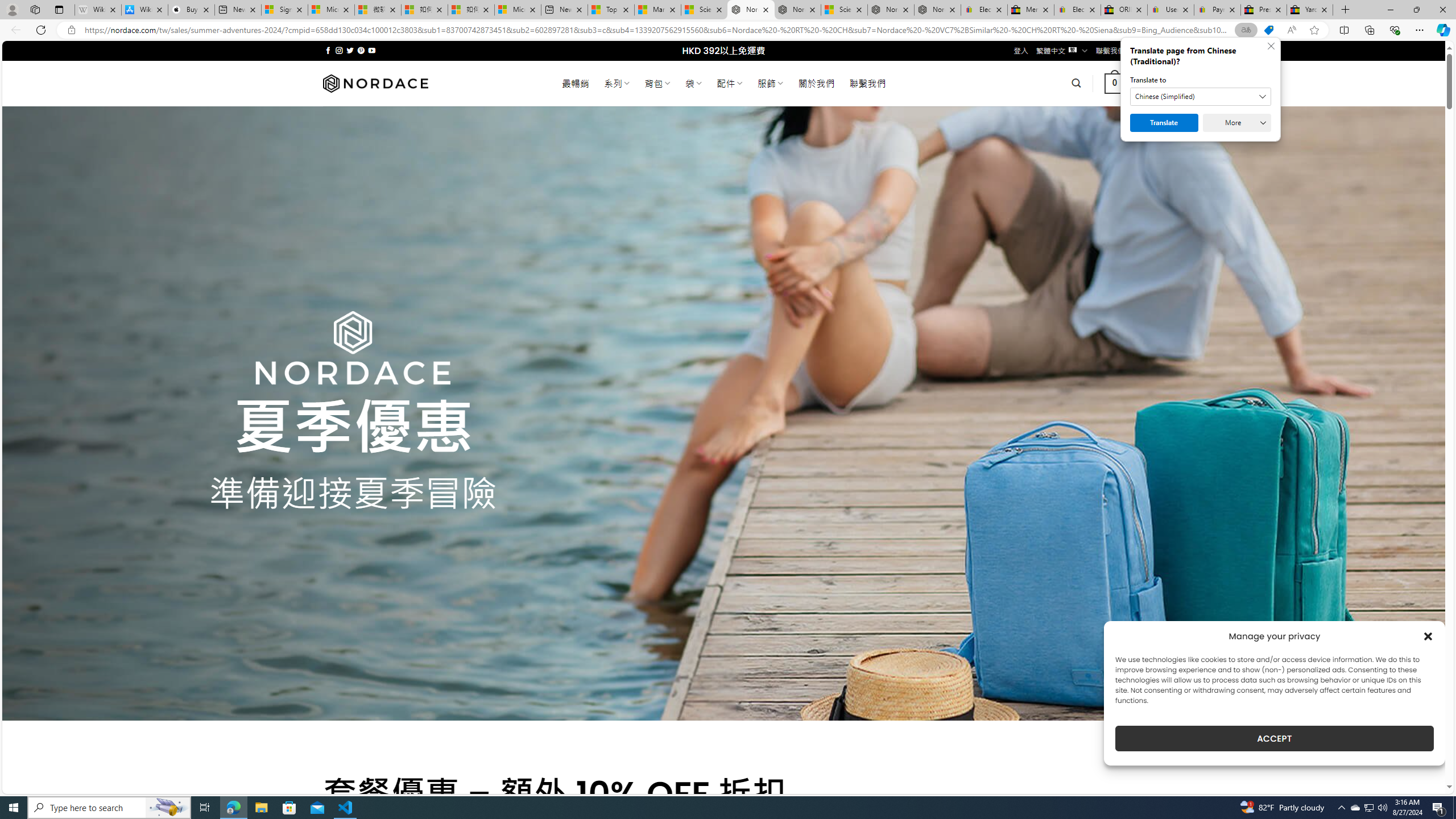 The height and width of the screenshot is (819, 1456). Describe the element at coordinates (1236, 122) in the screenshot. I see `'More'` at that location.